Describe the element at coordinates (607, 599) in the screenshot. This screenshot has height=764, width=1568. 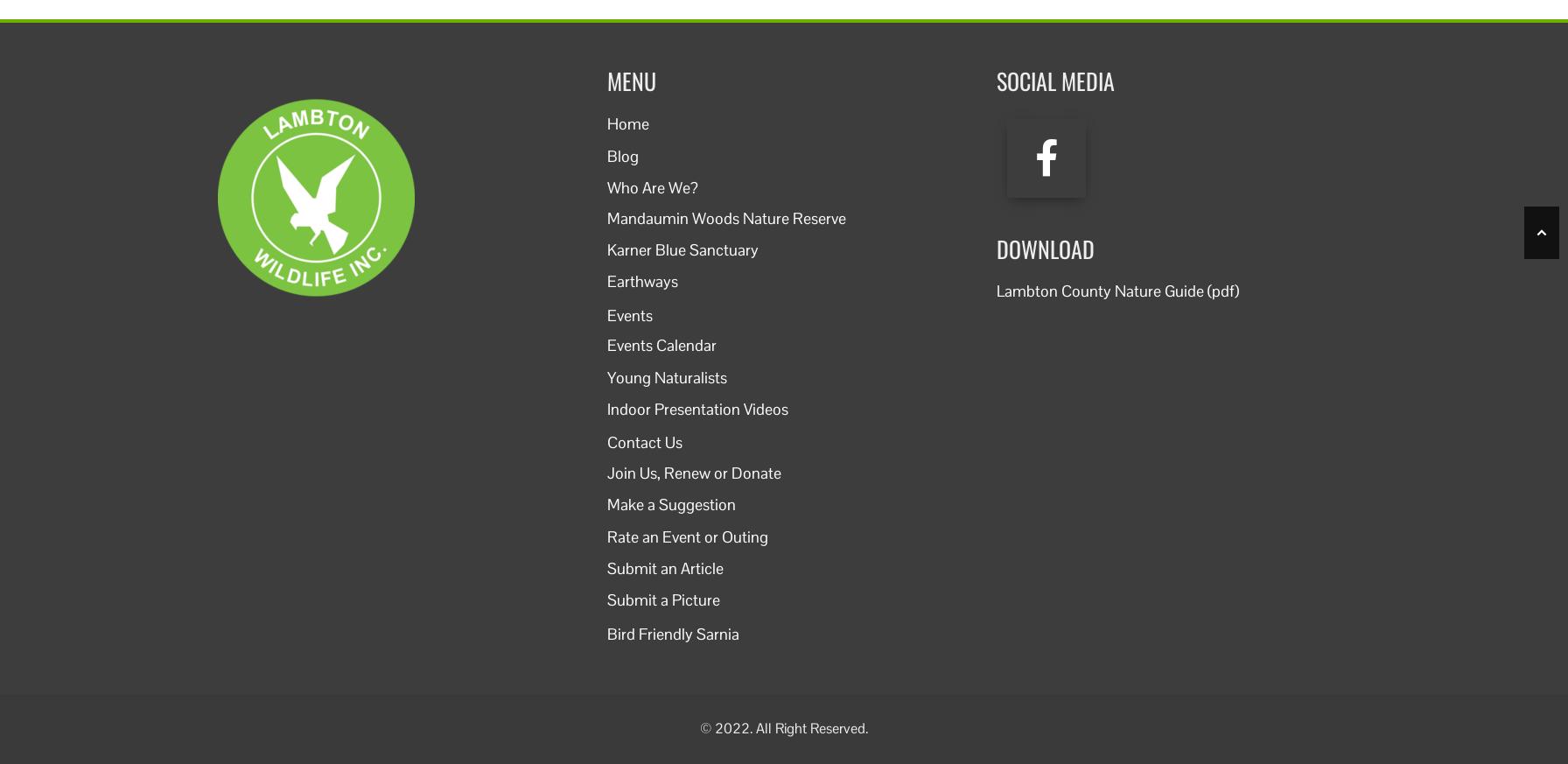
I see `'Submit a Picture'` at that location.